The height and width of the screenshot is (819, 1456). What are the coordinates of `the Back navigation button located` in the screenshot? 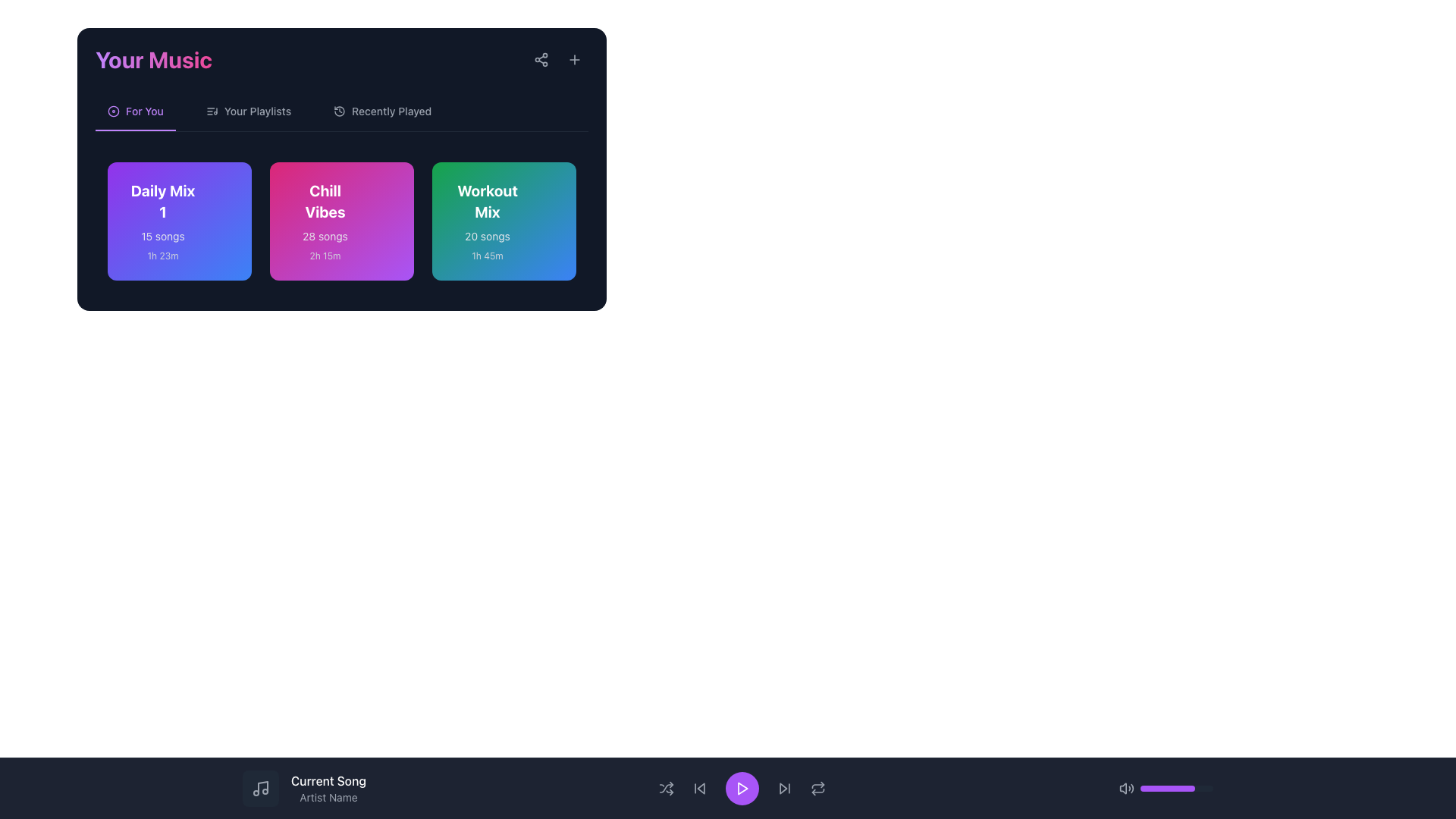 It's located at (701, 788).